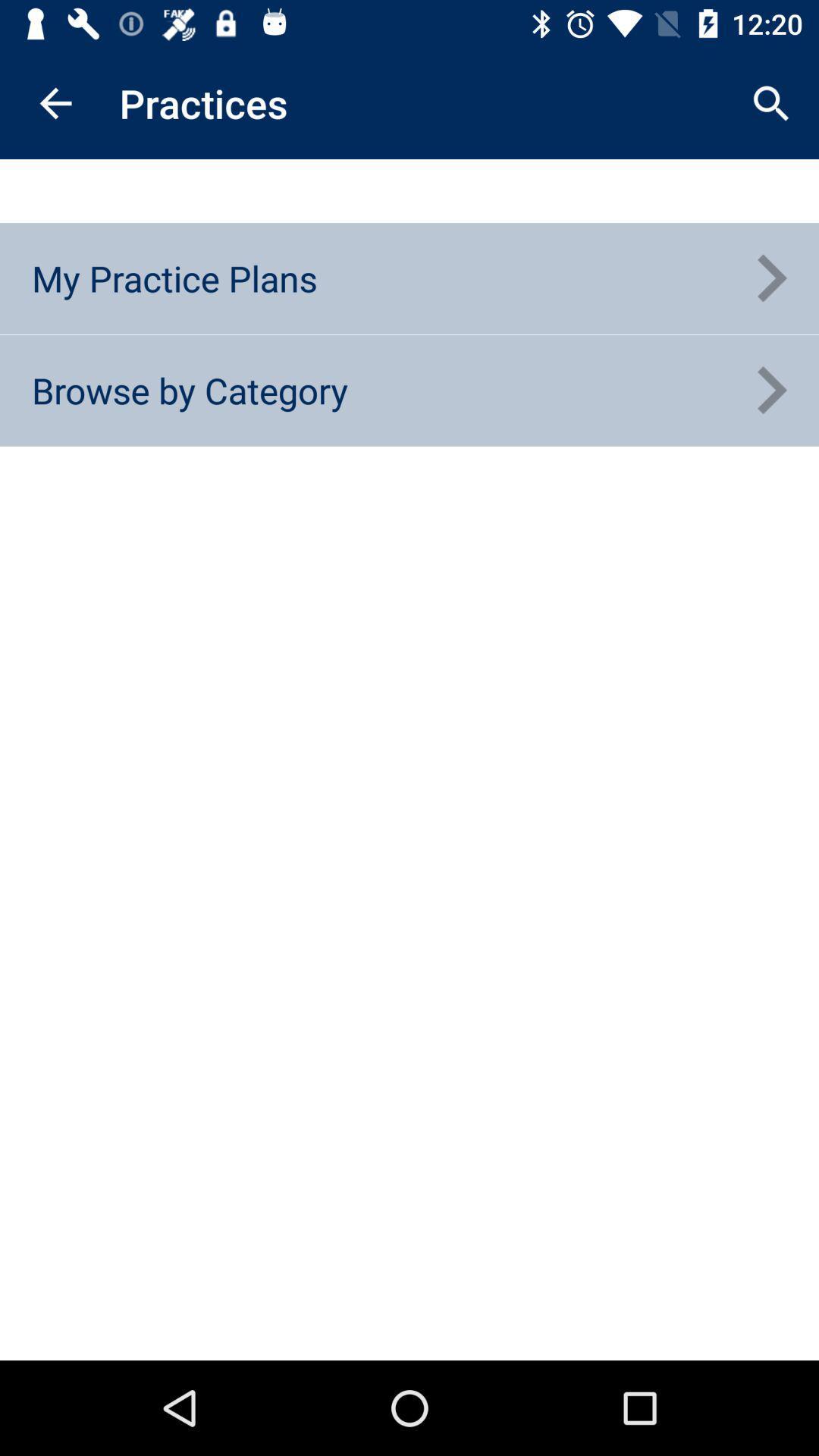 The image size is (819, 1456). Describe the element at coordinates (771, 278) in the screenshot. I see `the icon to the right of my practice plans icon` at that location.